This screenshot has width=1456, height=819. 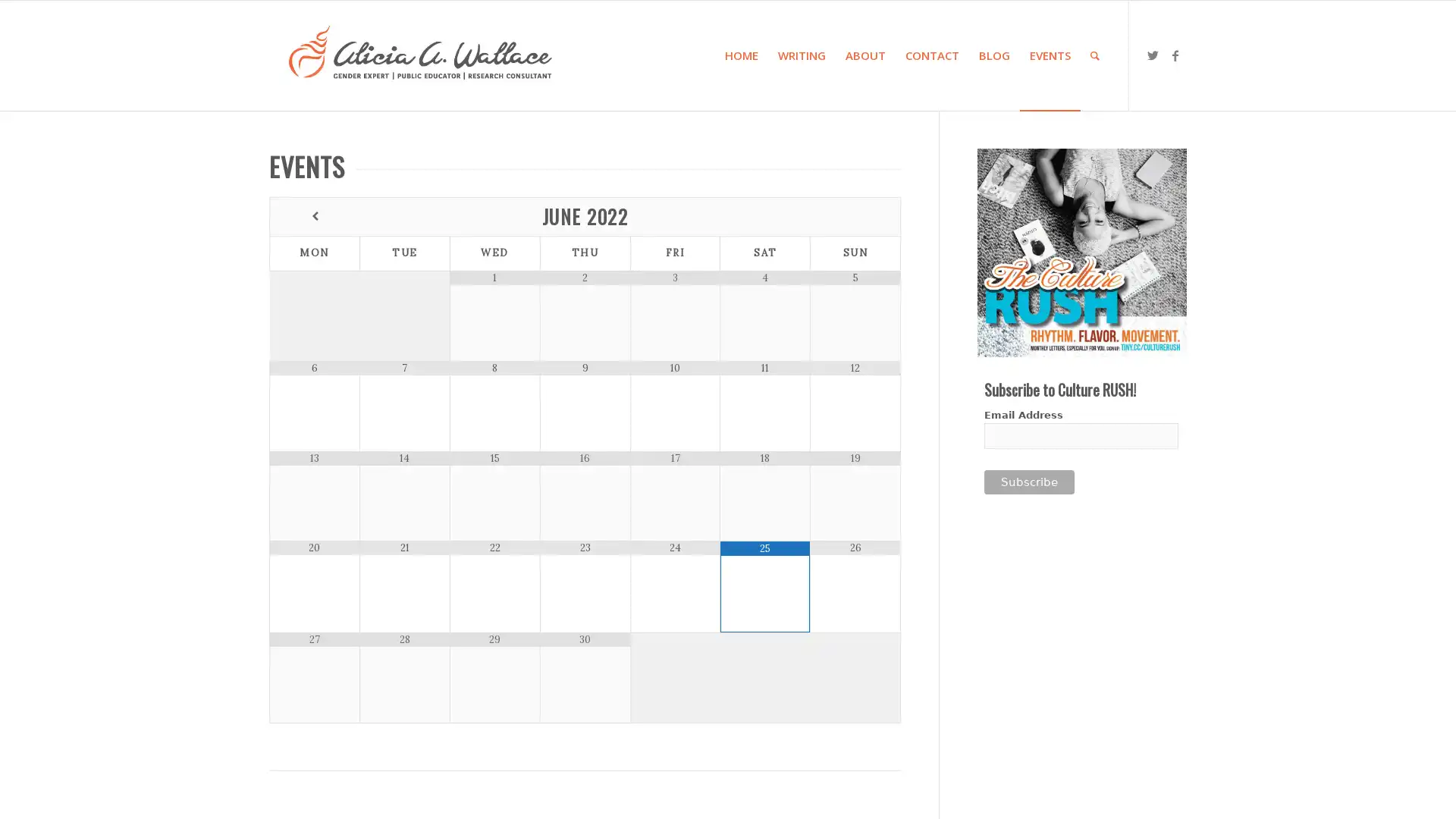 I want to click on Subscribe, so click(x=1028, y=482).